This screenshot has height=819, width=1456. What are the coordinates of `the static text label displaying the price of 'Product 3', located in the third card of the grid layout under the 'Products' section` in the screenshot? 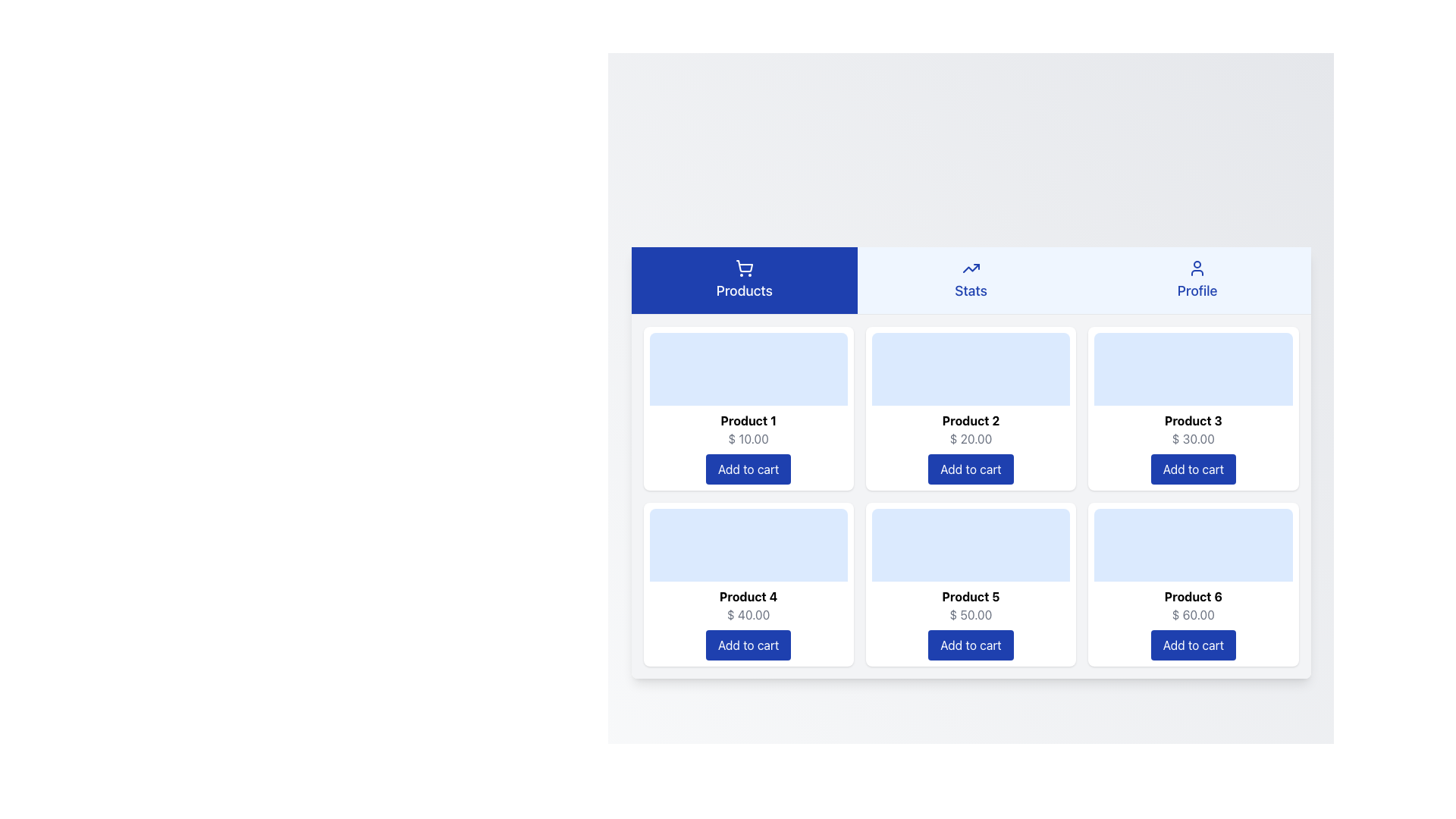 It's located at (1192, 438).